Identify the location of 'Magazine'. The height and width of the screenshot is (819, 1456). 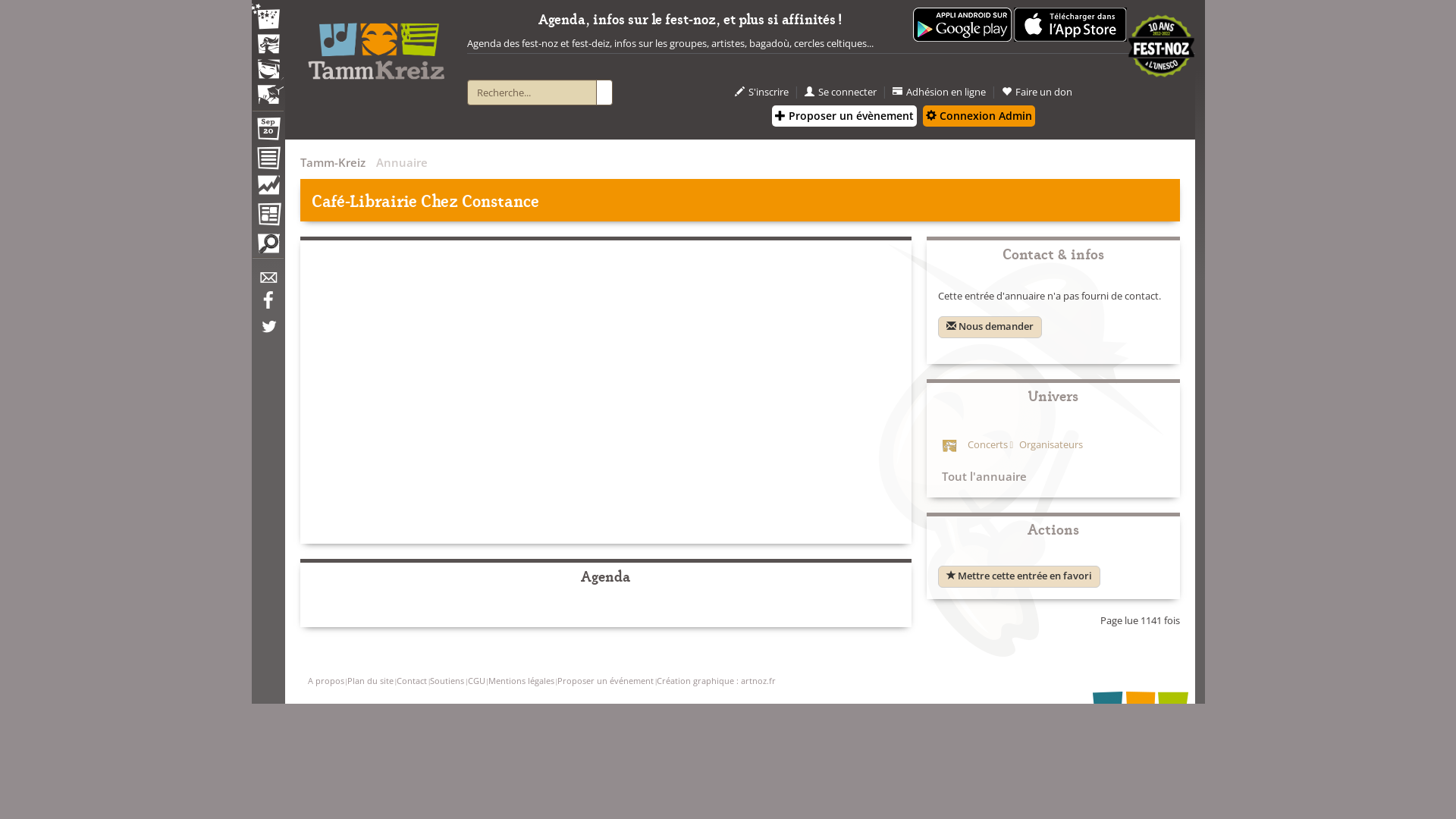
(251, 216).